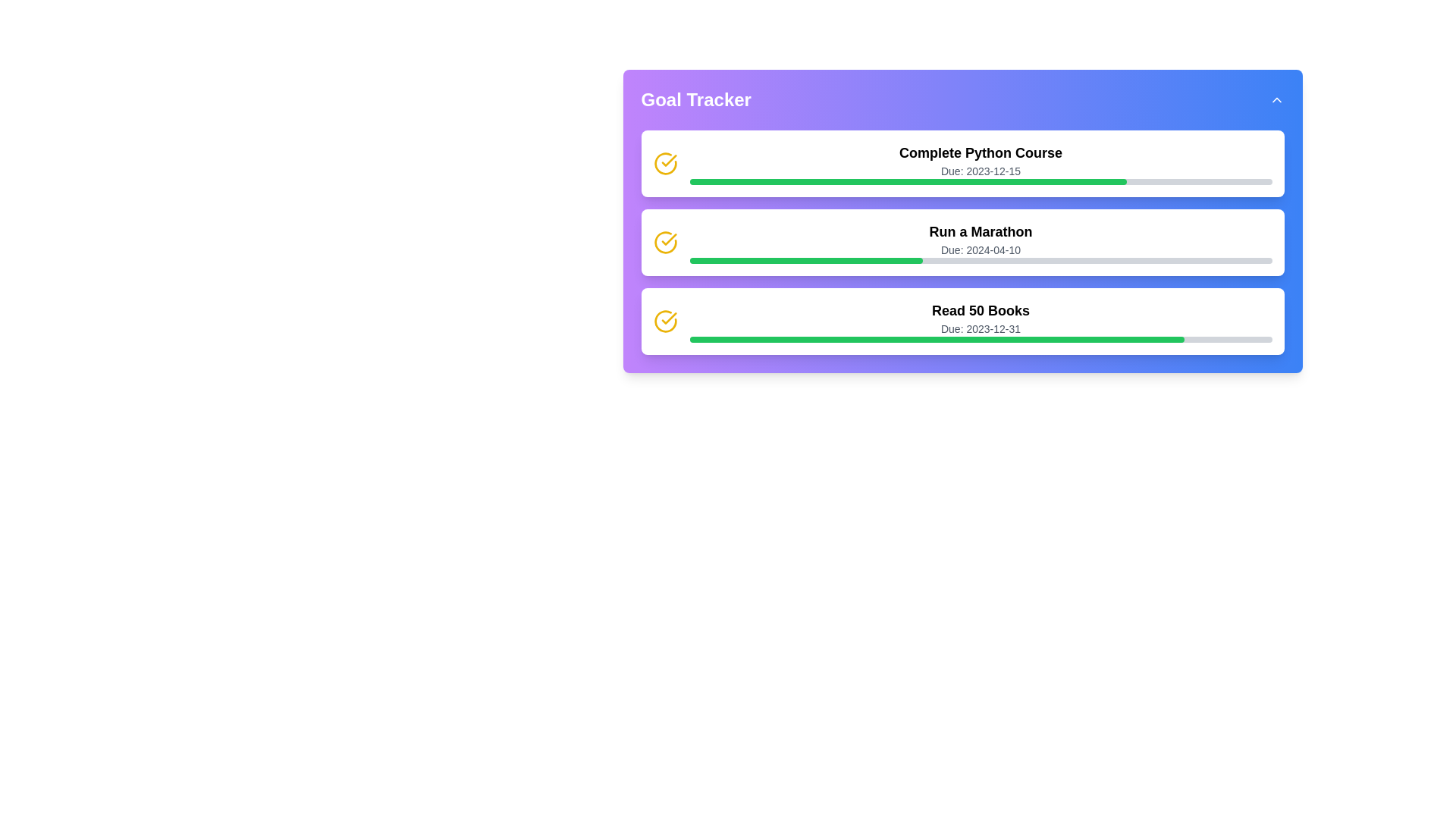 Image resolution: width=1456 pixels, height=819 pixels. Describe the element at coordinates (981, 231) in the screenshot. I see `the Text Label indicating the task or goal titled 'Run a Marathon' in the Goal Tracker interface, which is positioned above the 'Due: 2024-04-10' text` at that location.